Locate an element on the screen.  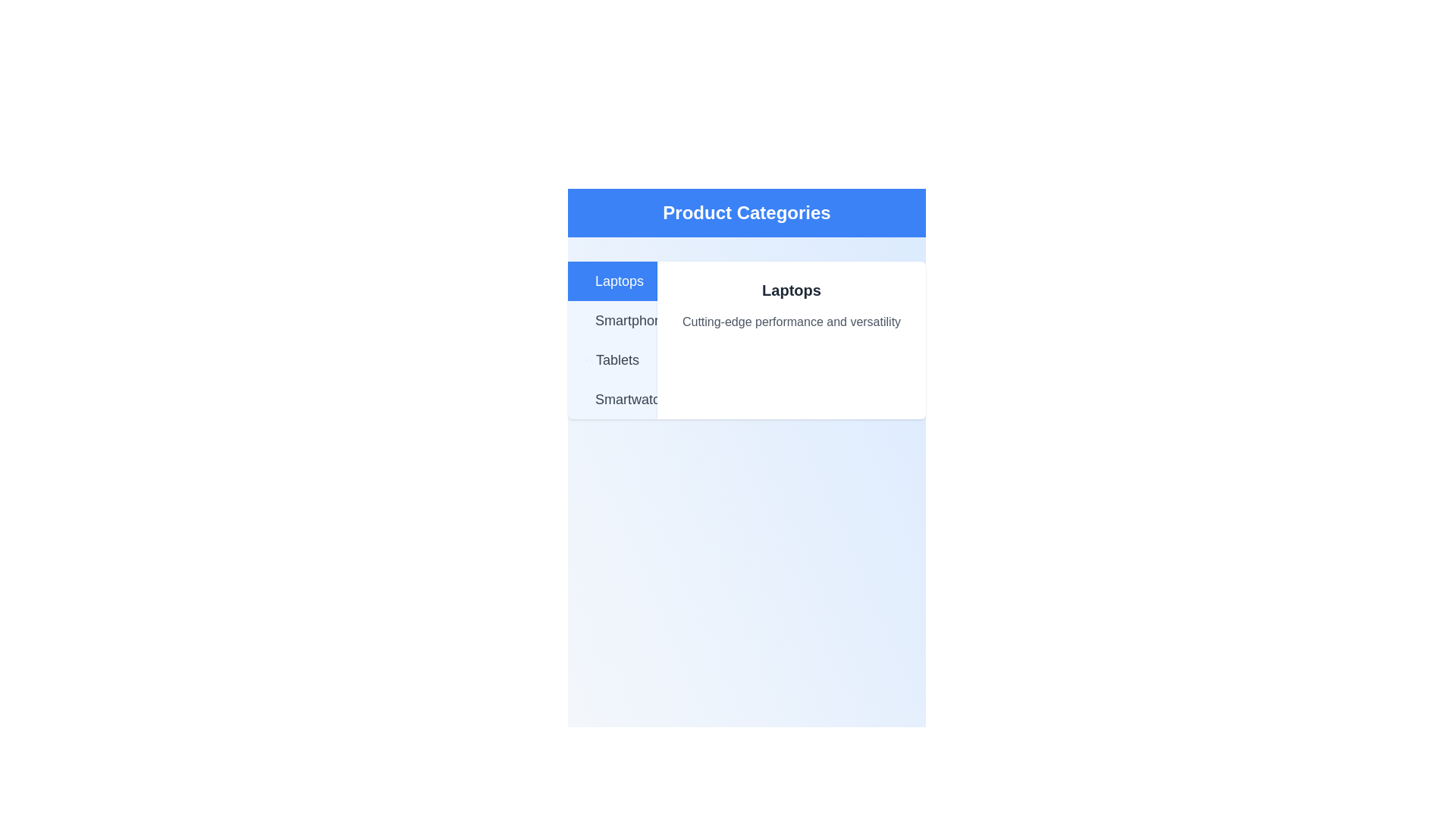
the tab labeled Smartwatches to display its products is located at coordinates (612, 399).